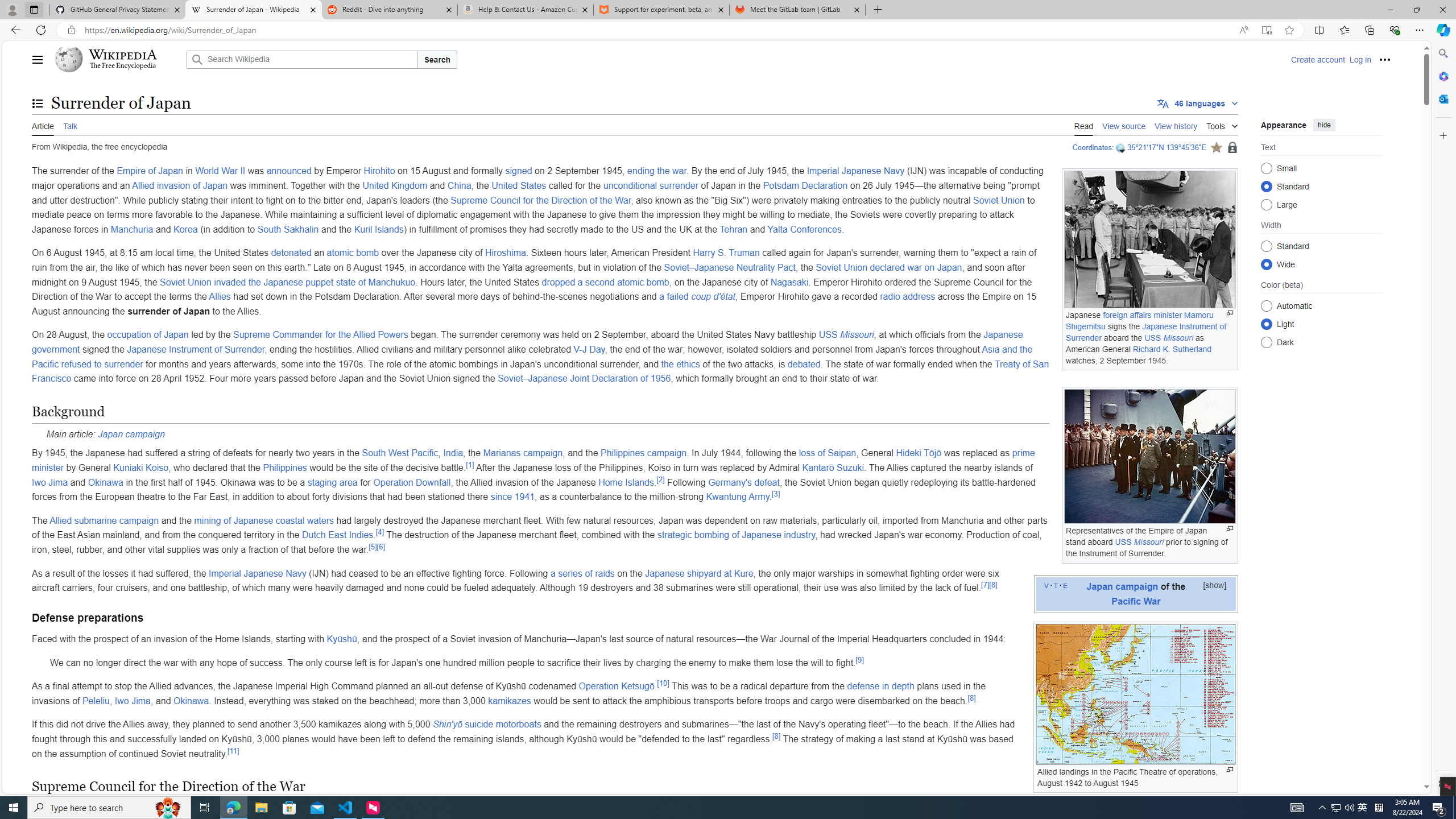 This screenshot has height=819, width=1456. Describe the element at coordinates (253, 9) in the screenshot. I see `'Surrender of Japan - Wikipedia'` at that location.